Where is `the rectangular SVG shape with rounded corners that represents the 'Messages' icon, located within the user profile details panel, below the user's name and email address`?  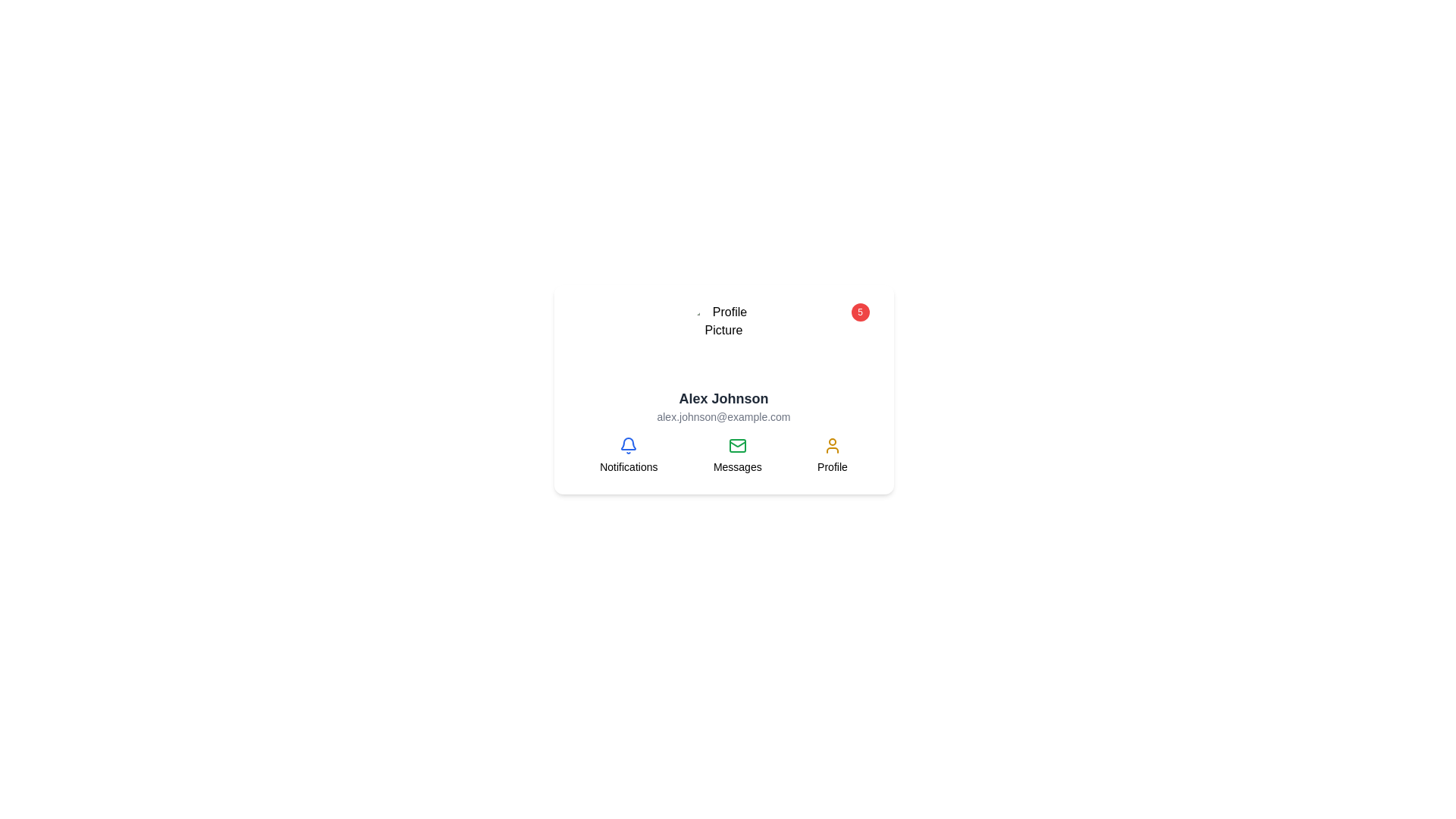
the rectangular SVG shape with rounded corners that represents the 'Messages' icon, located within the user profile details panel, below the user's name and email address is located at coordinates (737, 444).